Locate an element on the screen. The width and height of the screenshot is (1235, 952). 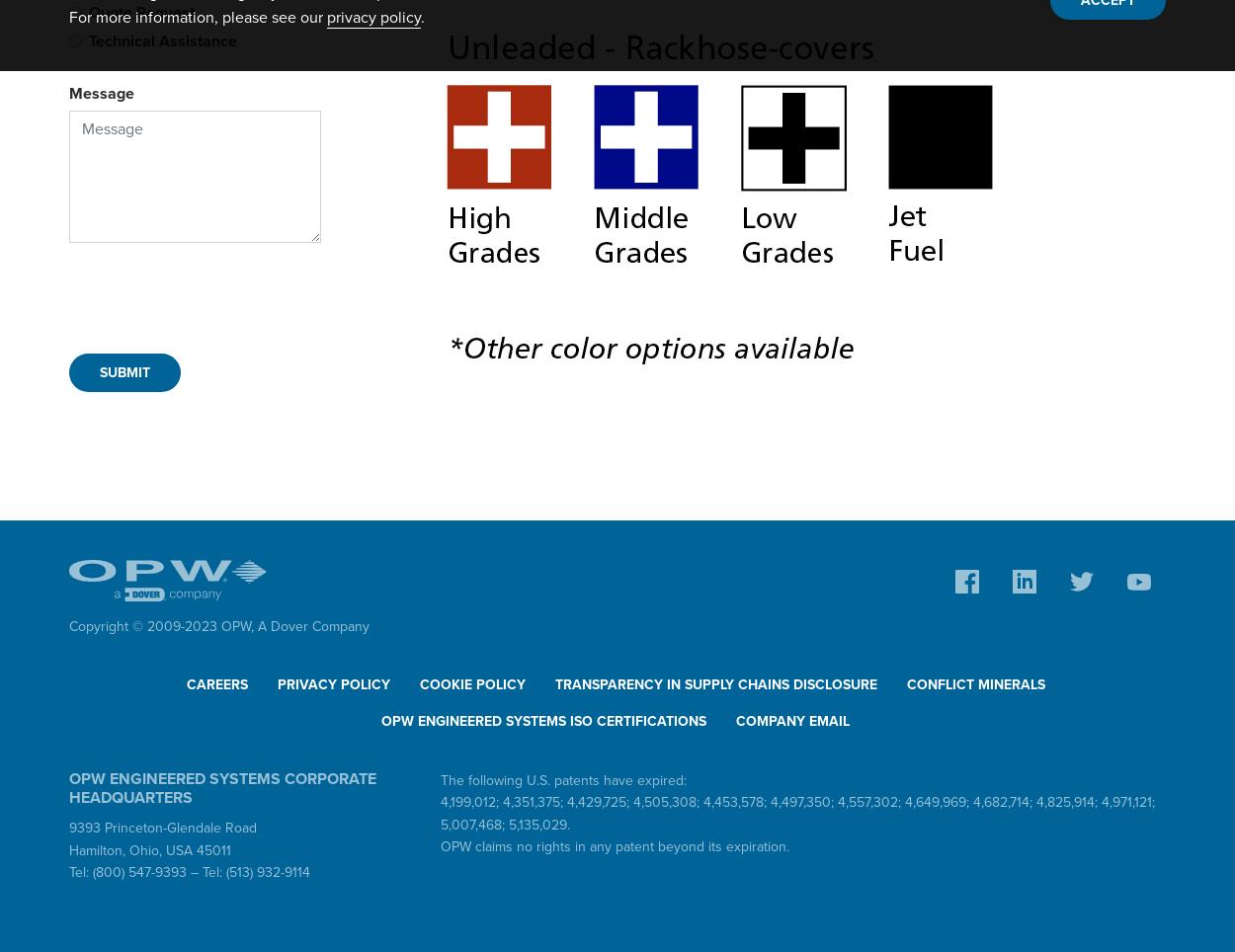
'Company Email' is located at coordinates (792, 720).